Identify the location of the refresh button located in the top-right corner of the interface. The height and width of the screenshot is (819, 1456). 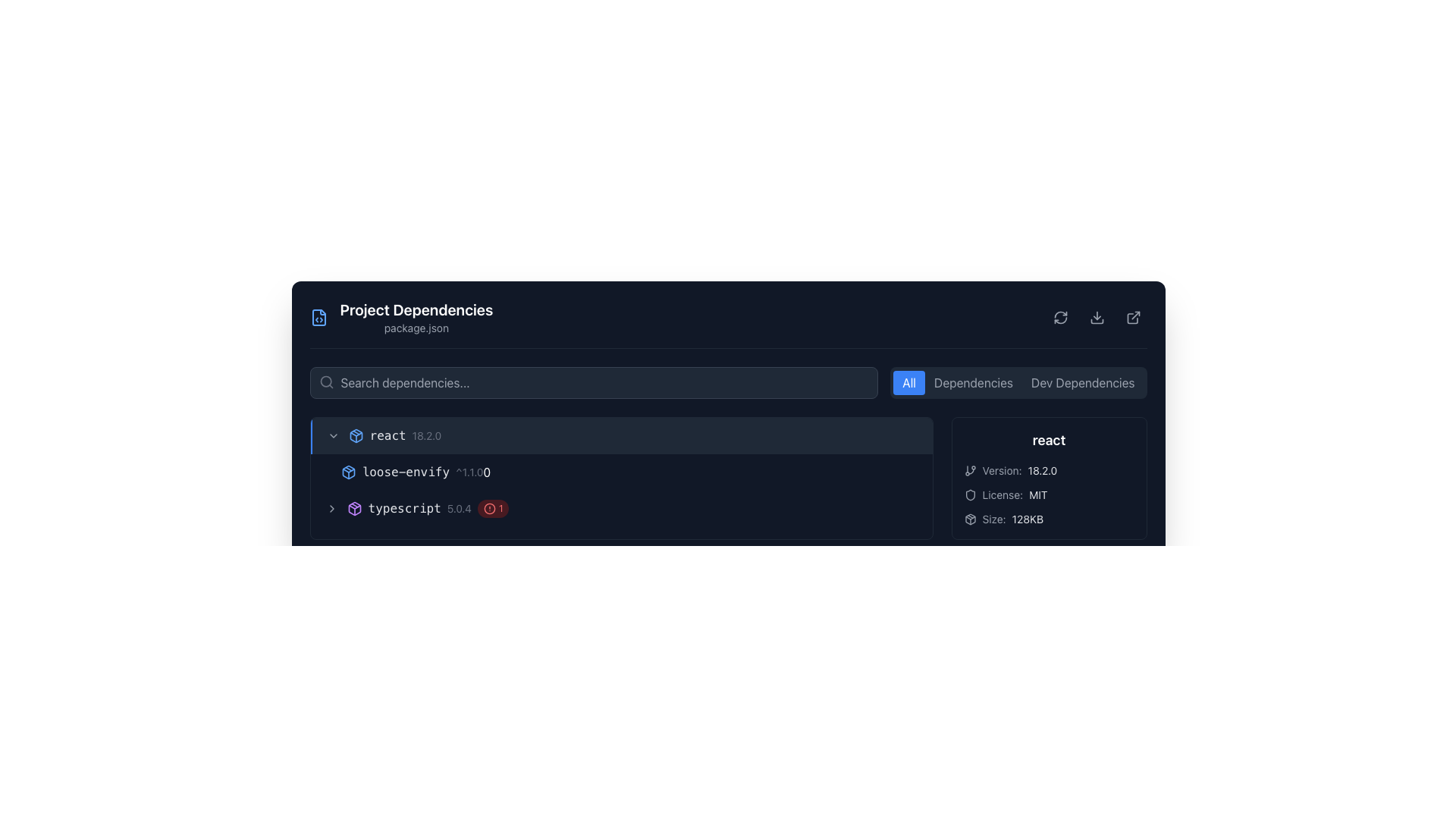
(1059, 317).